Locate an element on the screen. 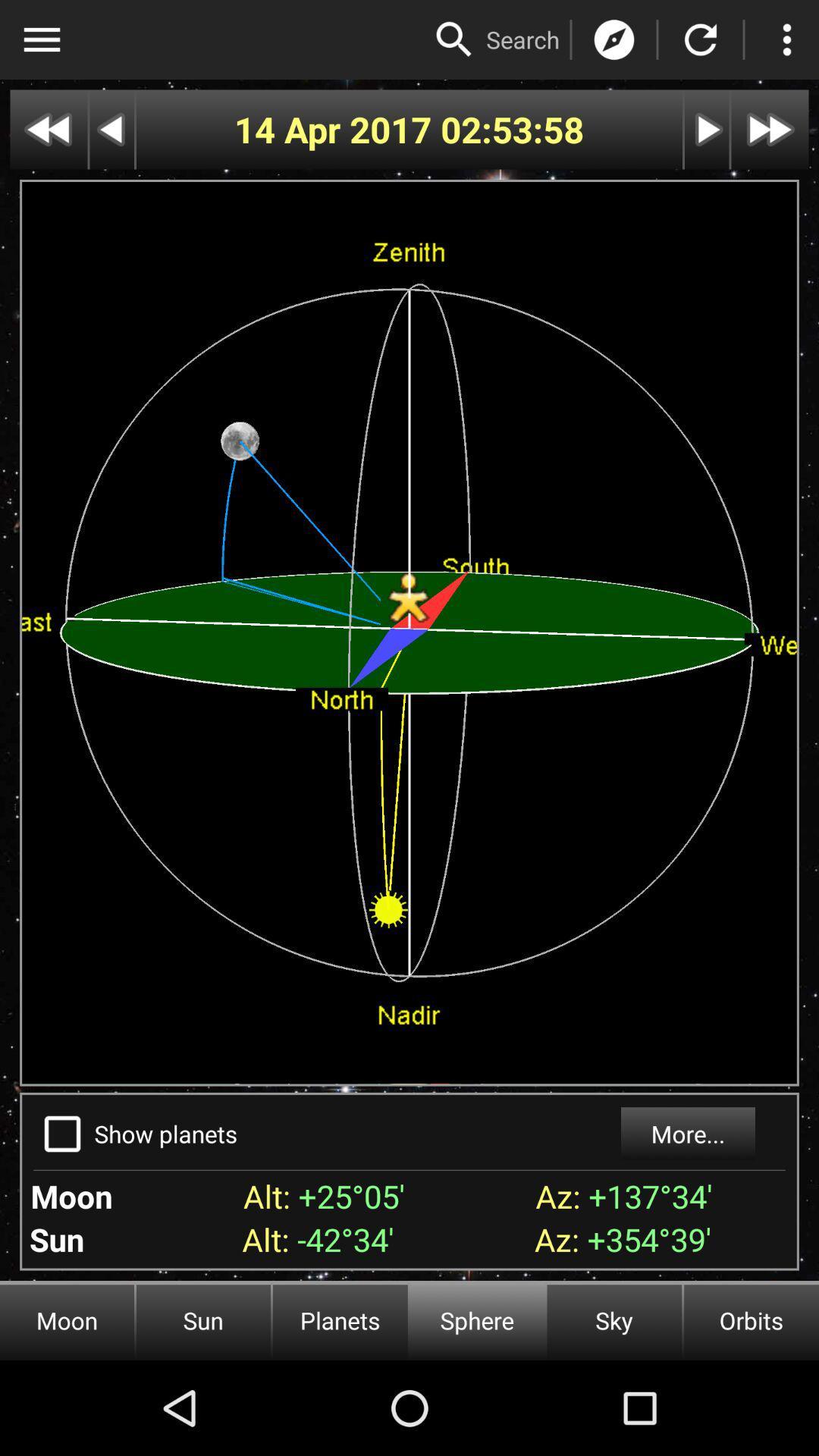  options menu is located at coordinates (41, 39).